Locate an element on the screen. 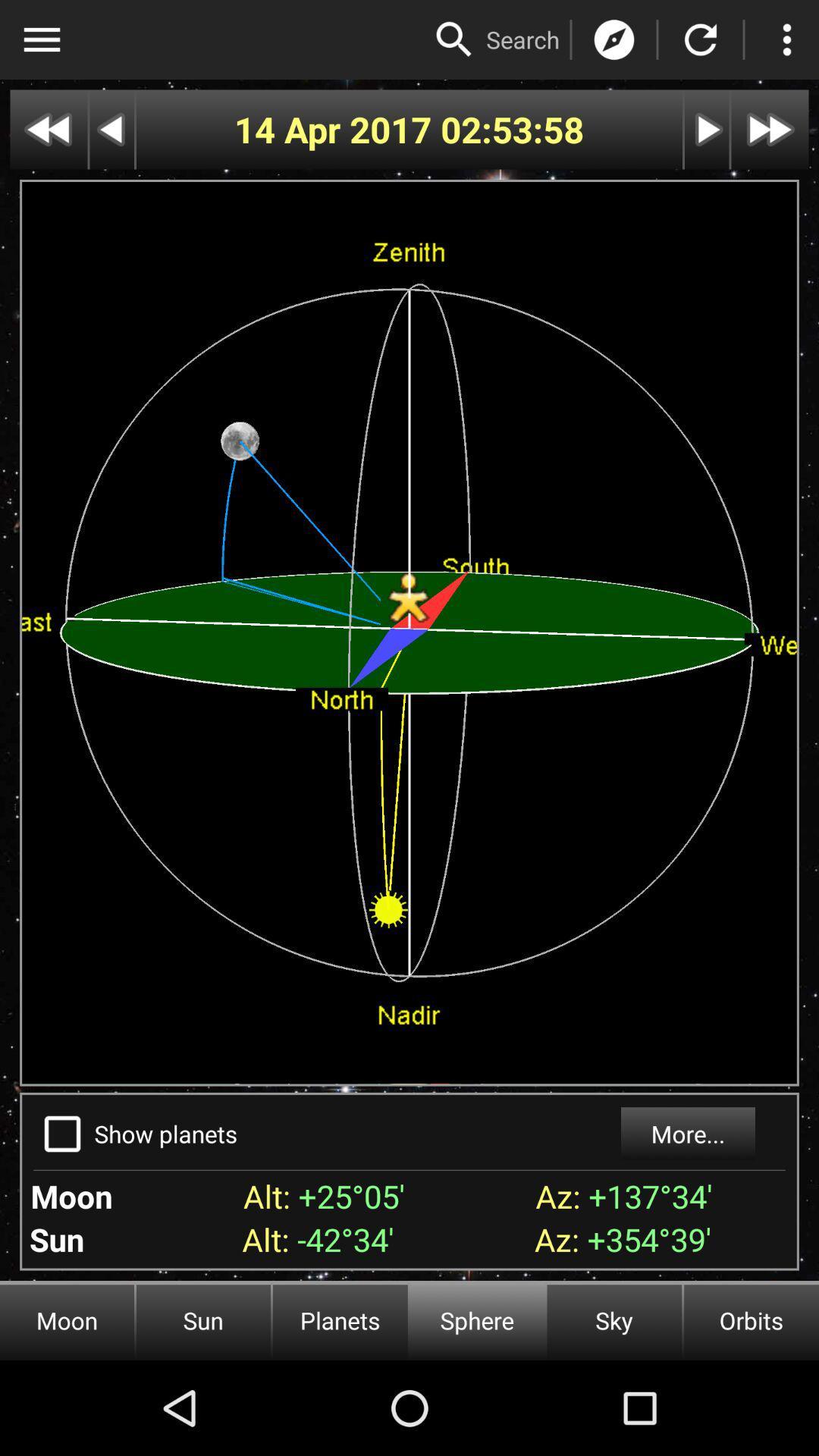  options menu is located at coordinates (41, 39).